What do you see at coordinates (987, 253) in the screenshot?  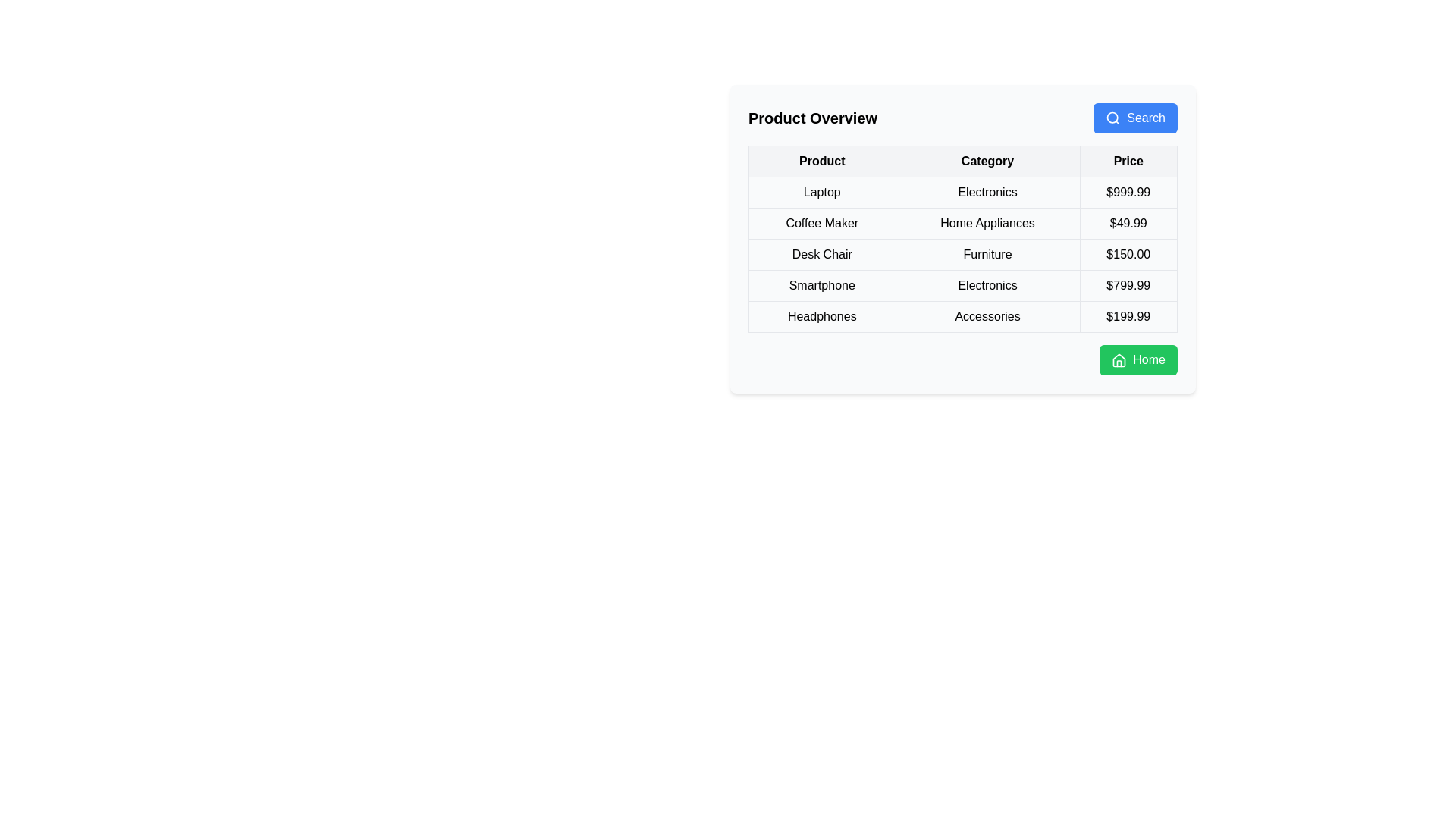 I see `the informational text label indicating the category 'Desk Chair' located in the second cell of the 'Category' column` at bounding box center [987, 253].